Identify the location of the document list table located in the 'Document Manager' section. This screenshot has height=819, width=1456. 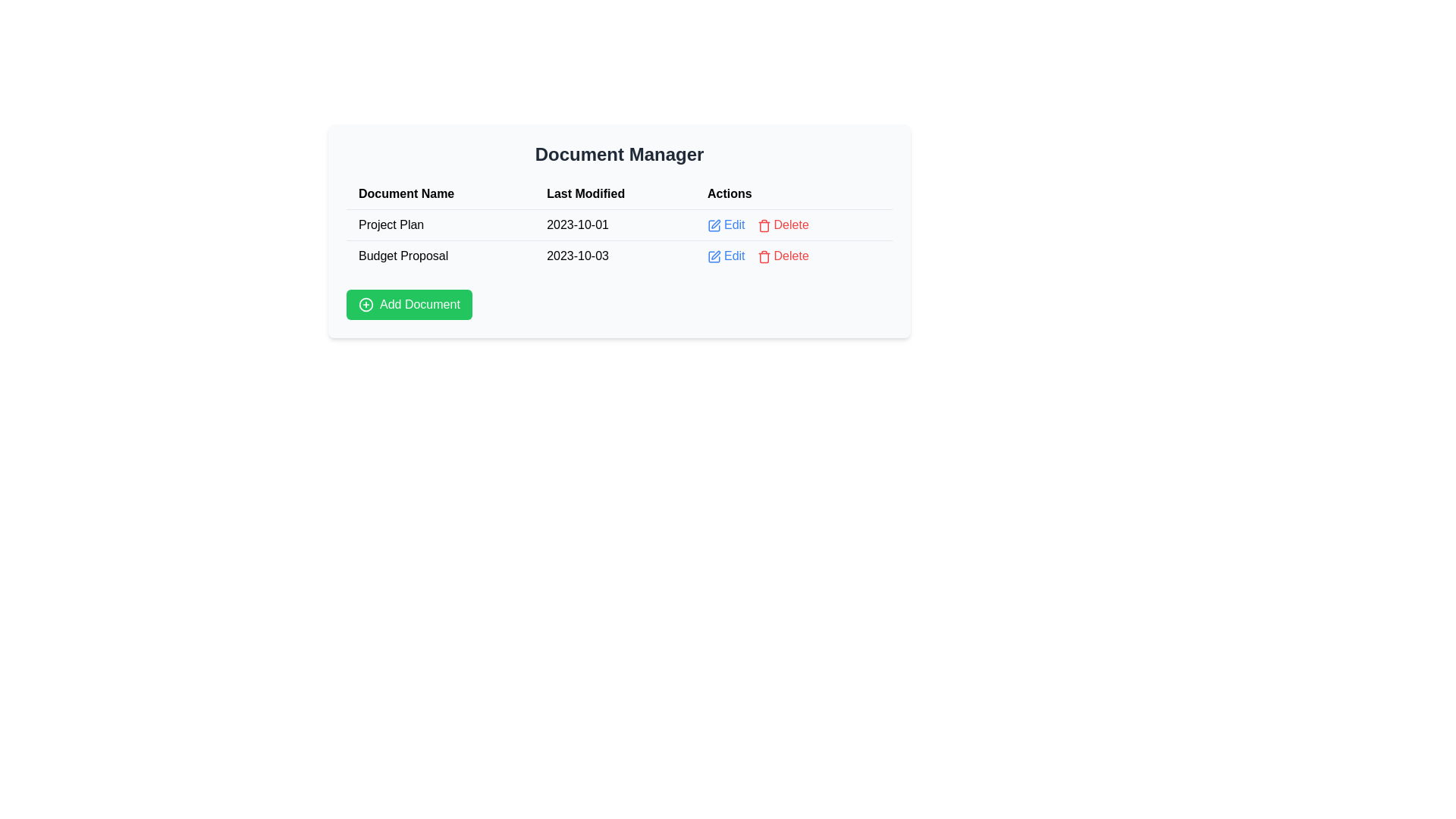
(619, 225).